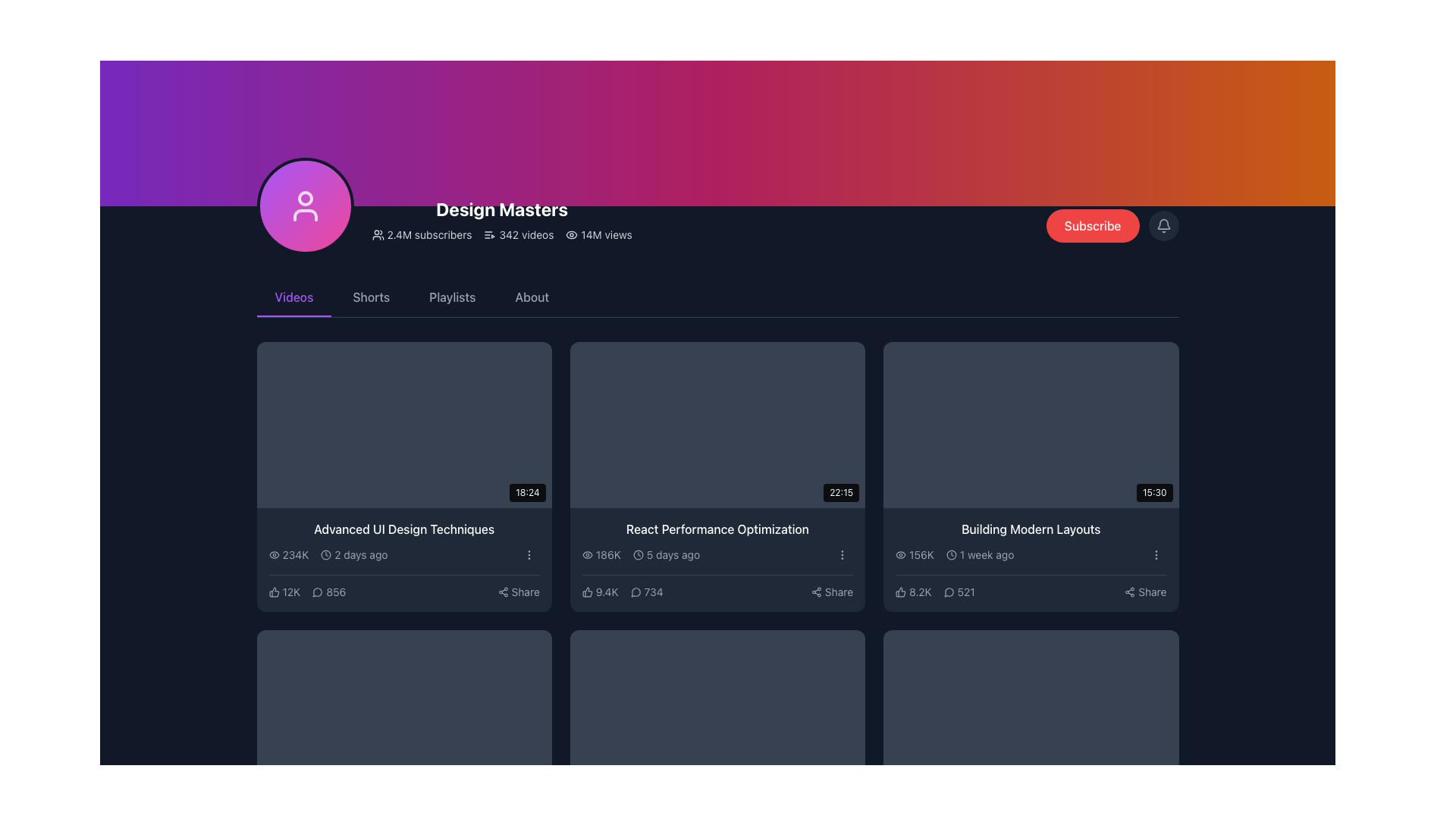  What do you see at coordinates (444, 206) in the screenshot?
I see `text from the informational display group element titled 'Design Masters', which includes statistics such as '2.4M subscribers', '342 videos', and '14M views'` at bounding box center [444, 206].